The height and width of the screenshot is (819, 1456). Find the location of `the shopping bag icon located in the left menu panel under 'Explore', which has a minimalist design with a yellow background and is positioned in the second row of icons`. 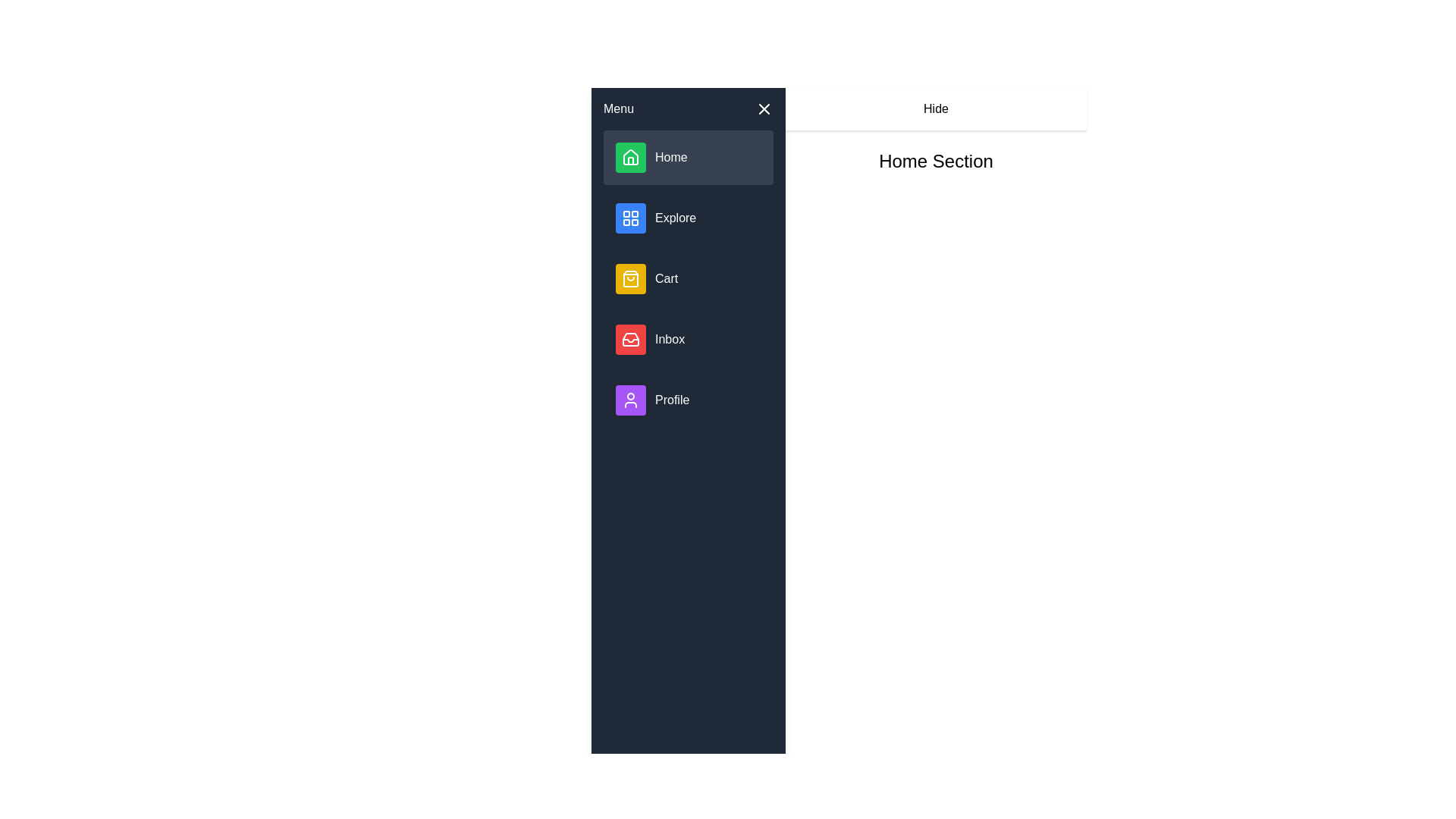

the shopping bag icon located in the left menu panel under 'Explore', which has a minimalist design with a yellow background and is positioned in the second row of icons is located at coordinates (630, 278).